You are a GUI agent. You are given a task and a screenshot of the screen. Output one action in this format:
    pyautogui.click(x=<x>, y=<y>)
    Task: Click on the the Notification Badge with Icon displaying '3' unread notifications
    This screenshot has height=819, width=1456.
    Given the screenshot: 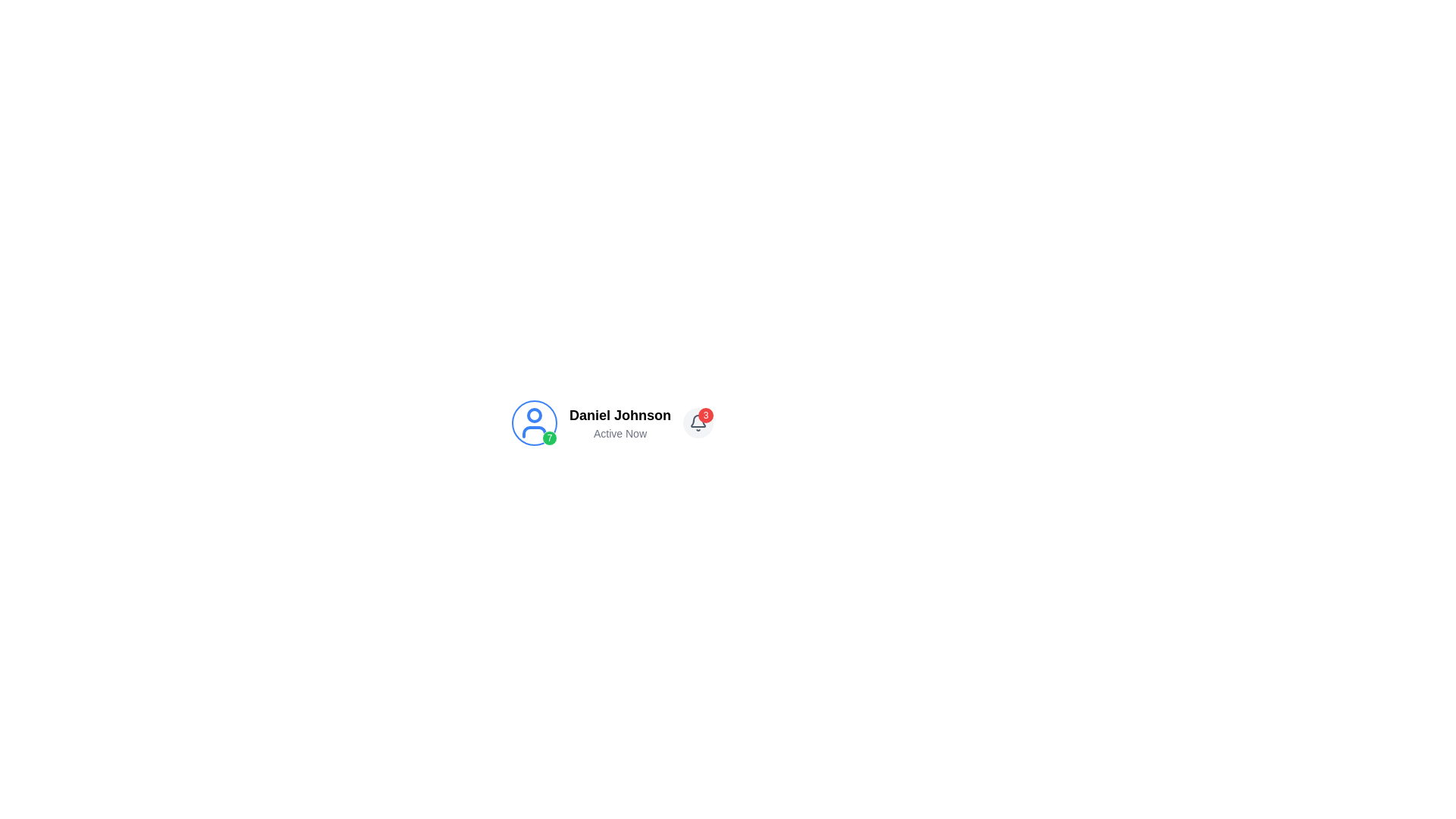 What is the action you would take?
    pyautogui.click(x=698, y=423)
    